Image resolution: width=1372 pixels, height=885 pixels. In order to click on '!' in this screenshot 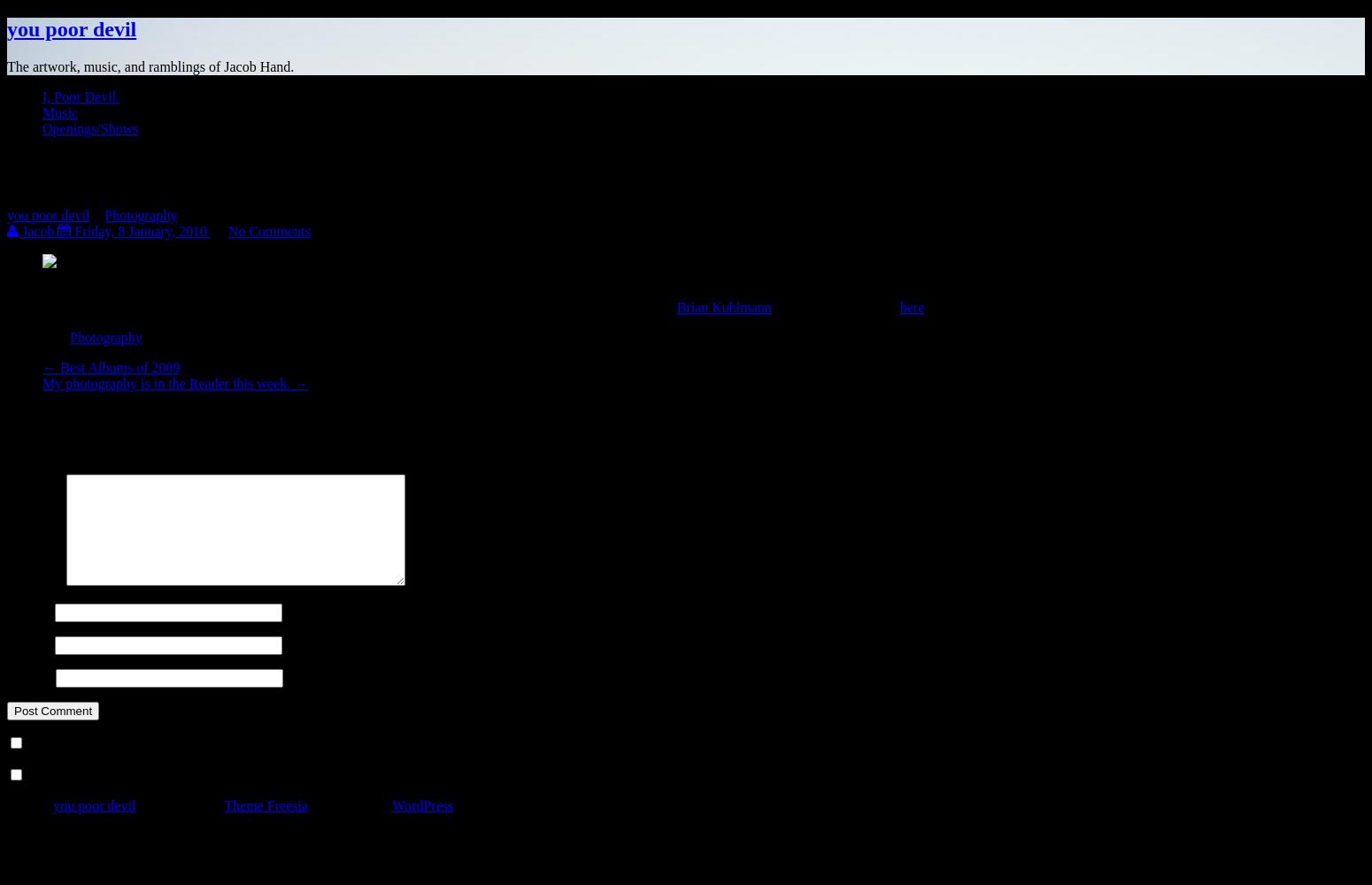, I will do `click(923, 305)`.